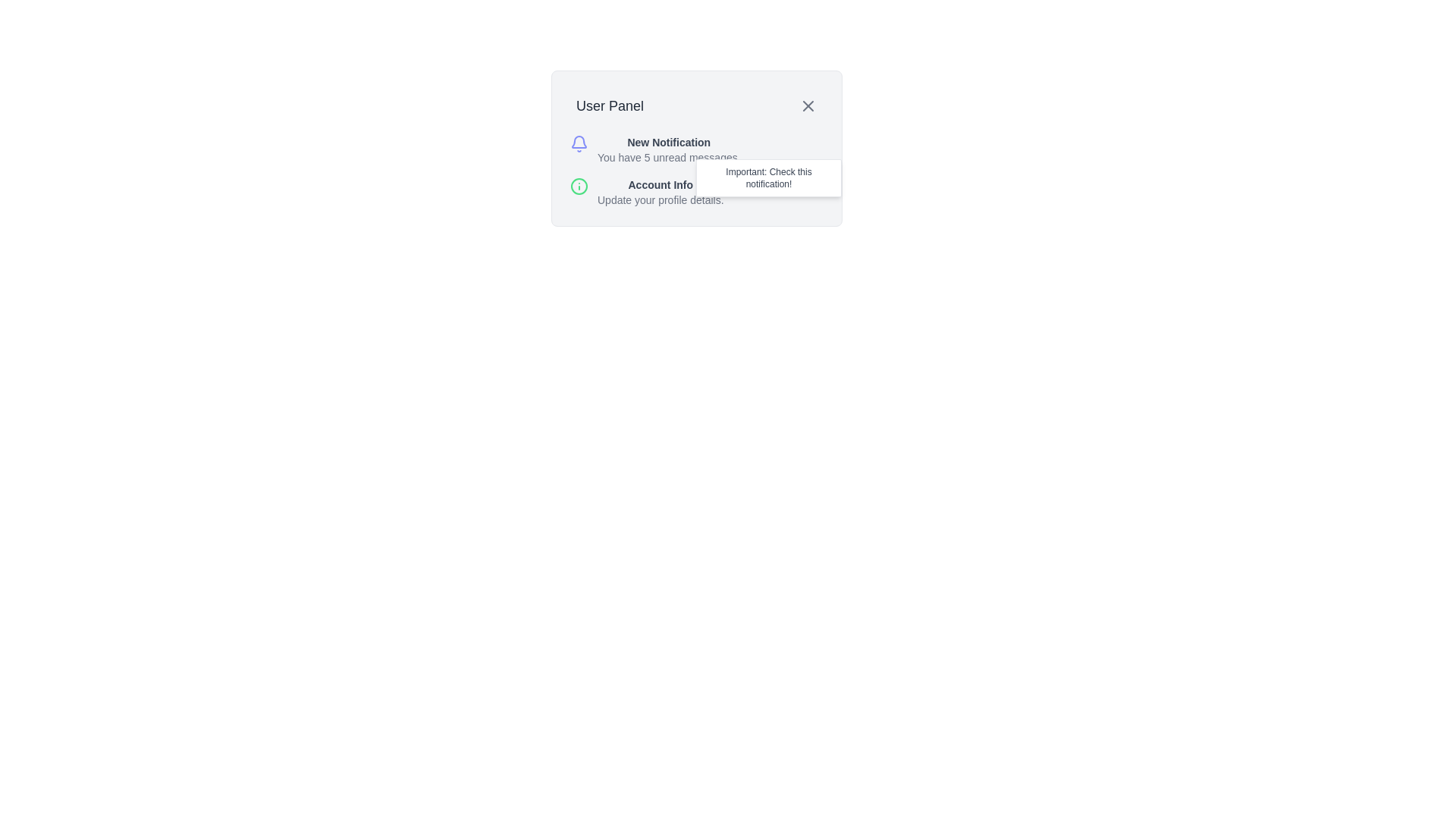  What do you see at coordinates (807, 105) in the screenshot?
I see `the close button located in the top-right corner of the 'User Panel' modal` at bounding box center [807, 105].